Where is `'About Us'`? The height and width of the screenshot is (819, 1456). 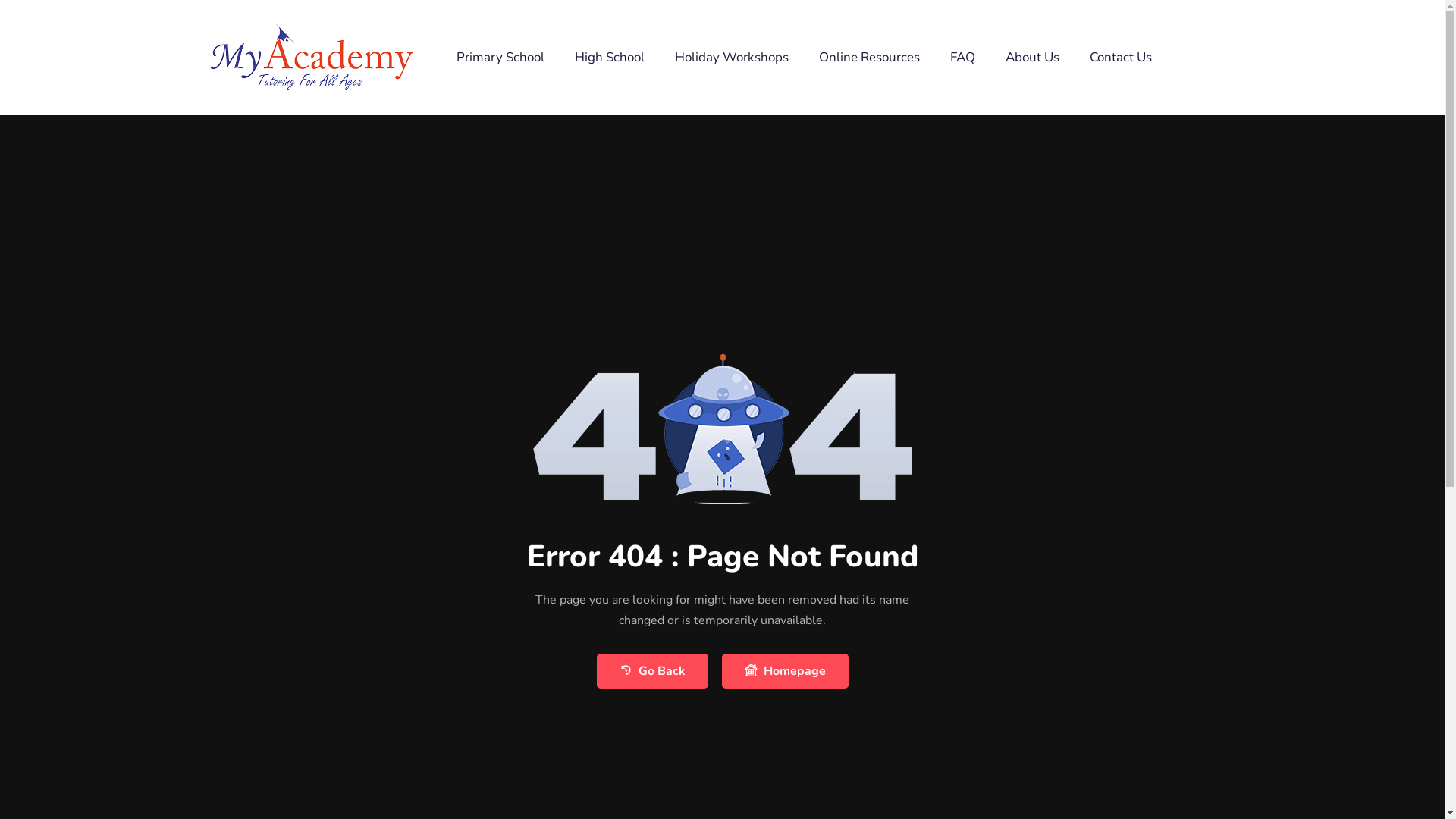
'About Us' is located at coordinates (1031, 55).